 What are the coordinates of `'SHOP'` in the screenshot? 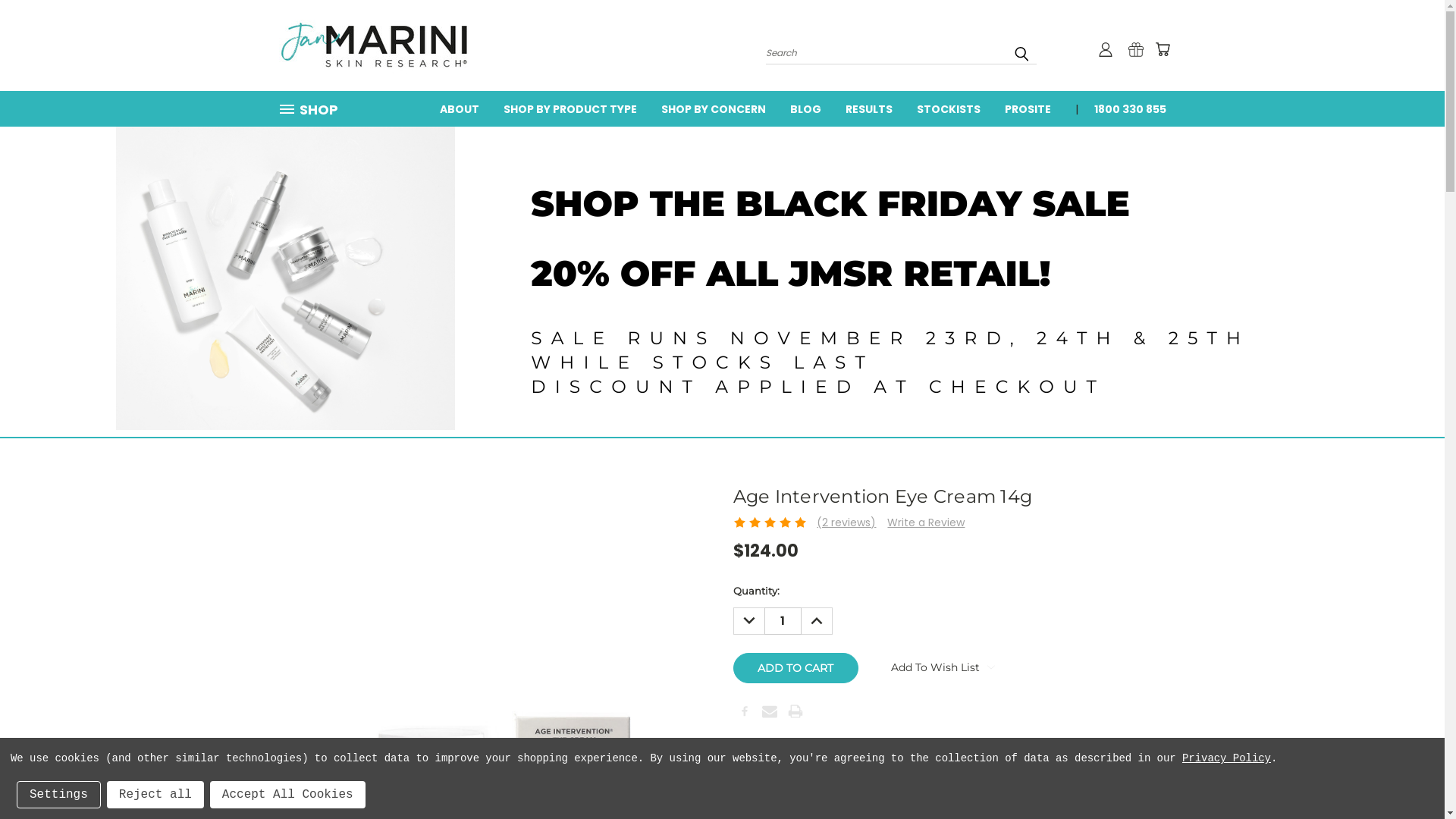 It's located at (313, 108).